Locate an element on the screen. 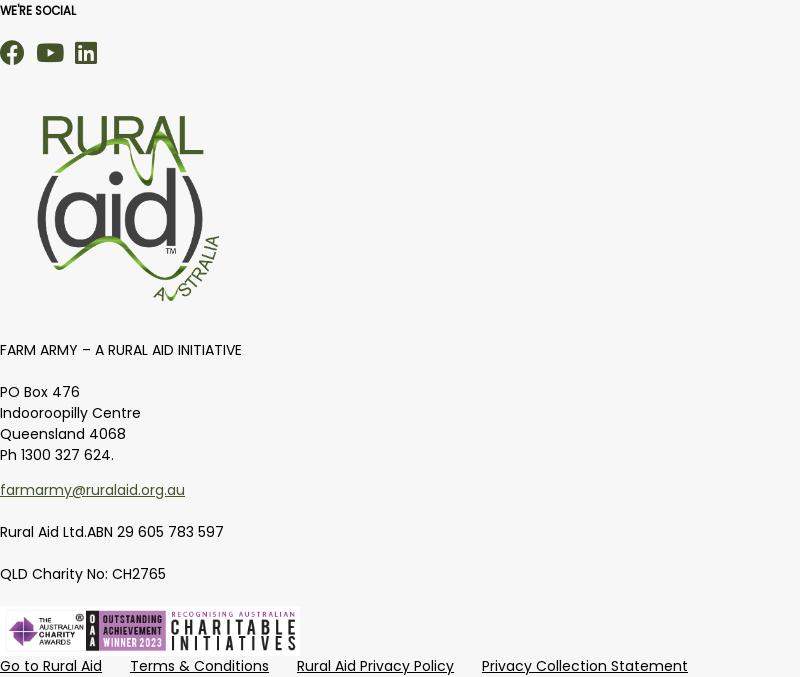 The width and height of the screenshot is (800, 677). 'Queensland 4068' is located at coordinates (62, 433).